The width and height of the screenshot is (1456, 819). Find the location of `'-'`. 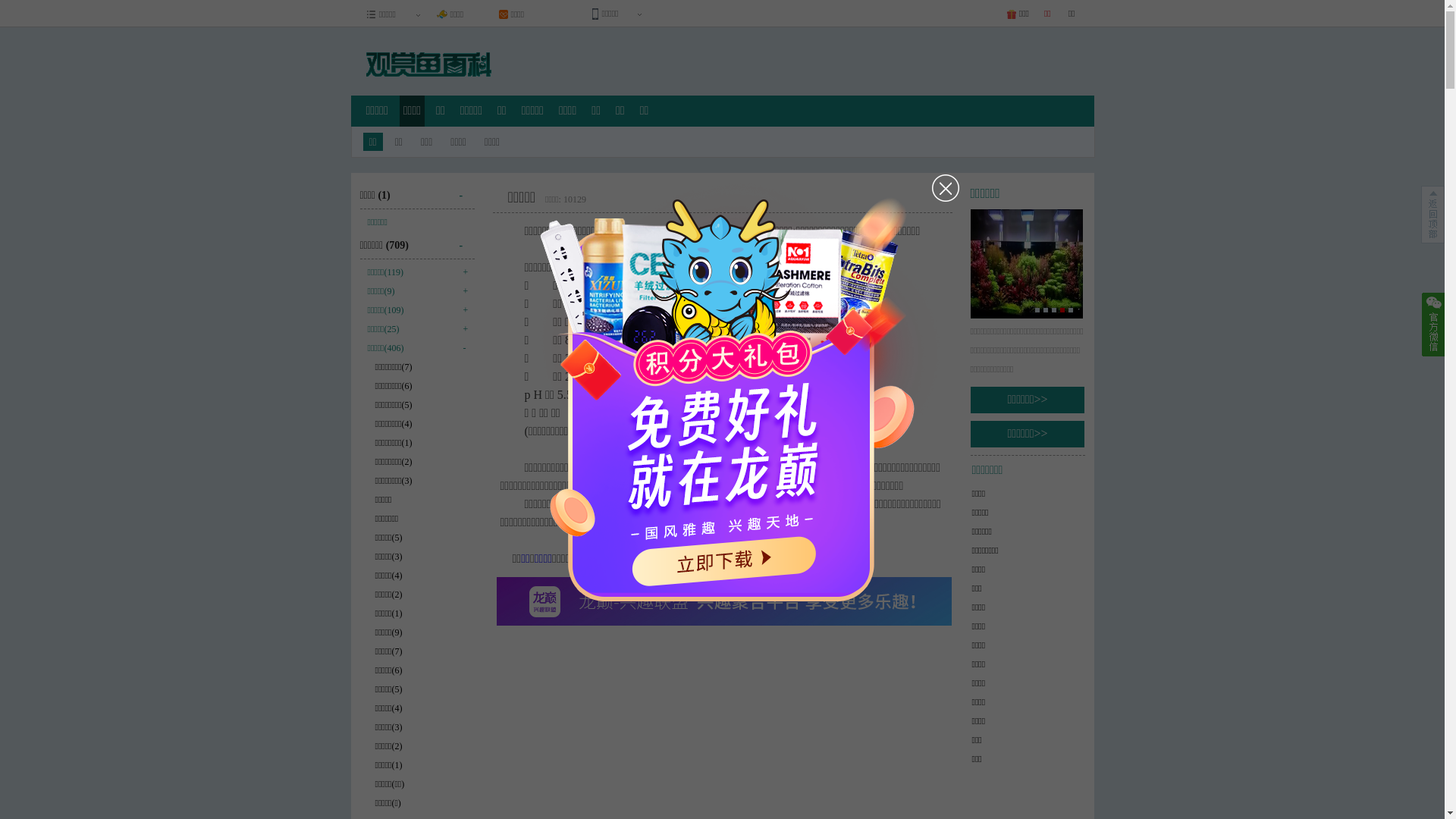

'-' is located at coordinates (466, 239).